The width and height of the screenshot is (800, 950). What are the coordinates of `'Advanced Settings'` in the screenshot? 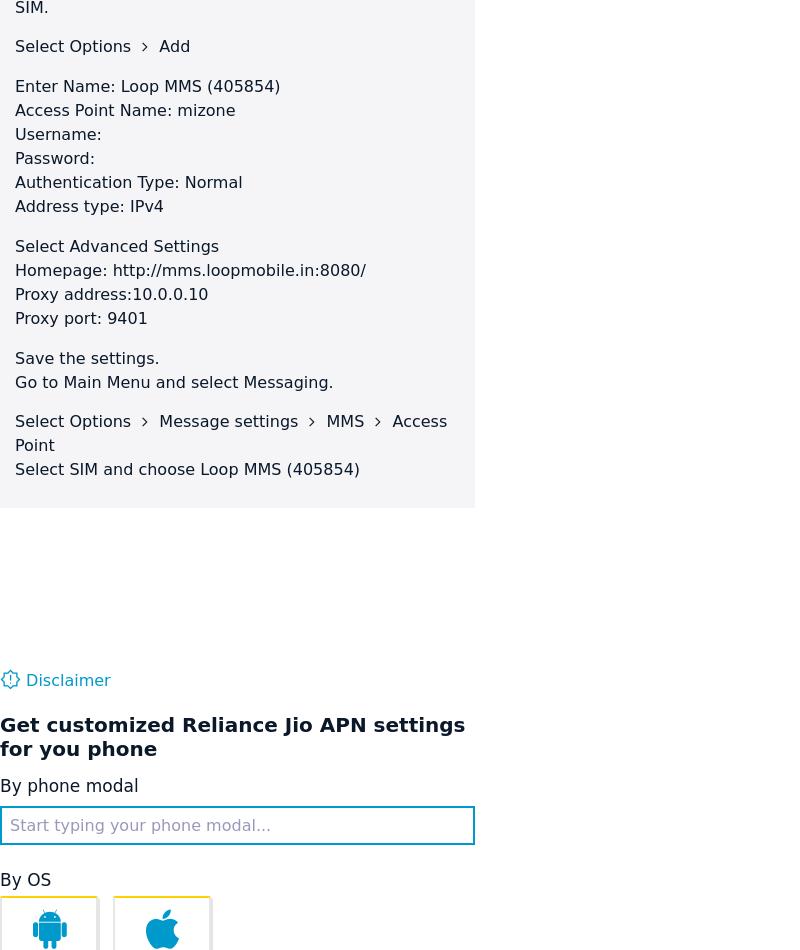 It's located at (144, 245).